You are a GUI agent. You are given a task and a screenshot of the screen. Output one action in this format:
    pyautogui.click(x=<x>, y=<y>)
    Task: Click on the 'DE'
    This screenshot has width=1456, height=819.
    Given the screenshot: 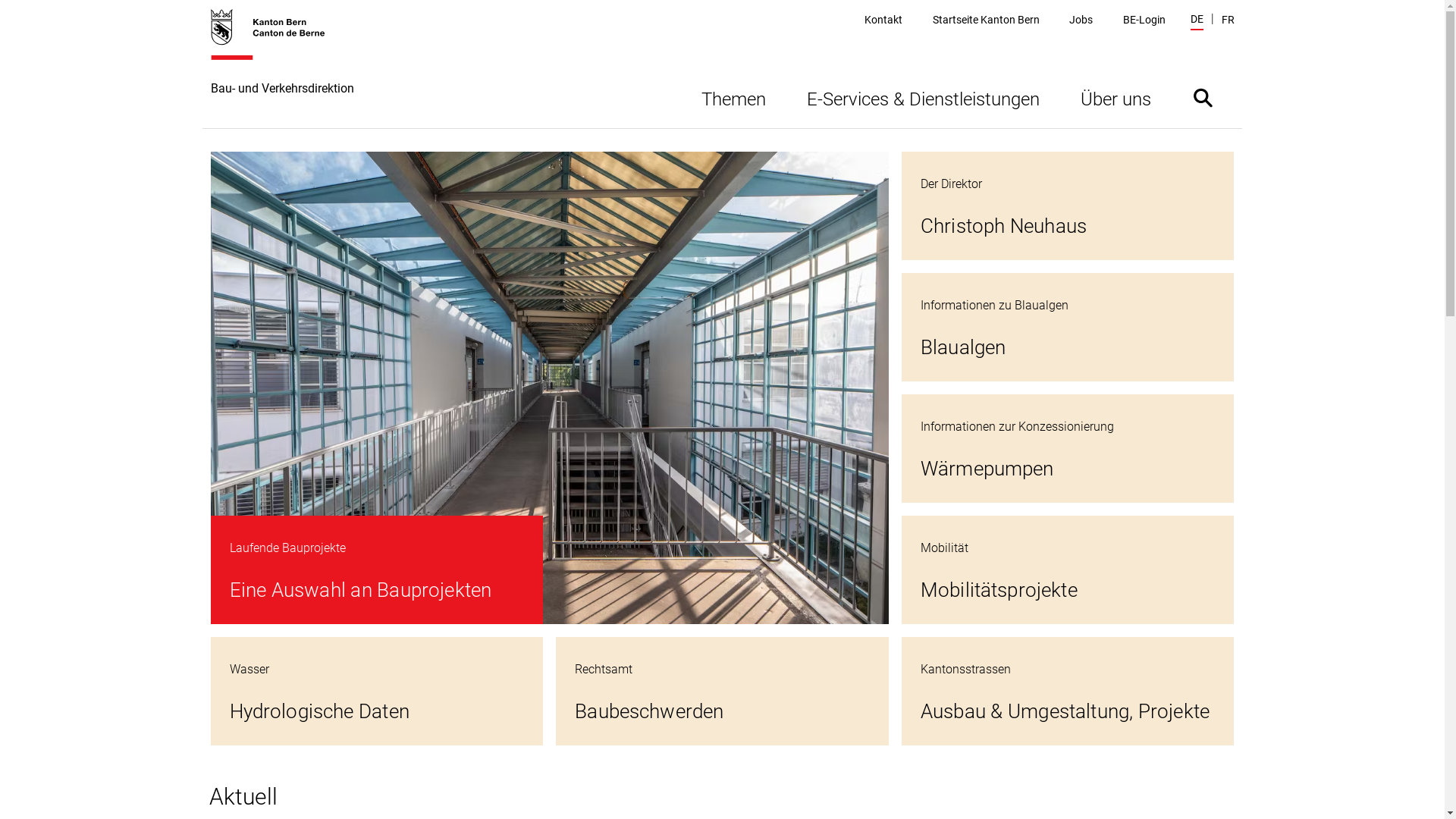 What is the action you would take?
    pyautogui.click(x=1196, y=20)
    